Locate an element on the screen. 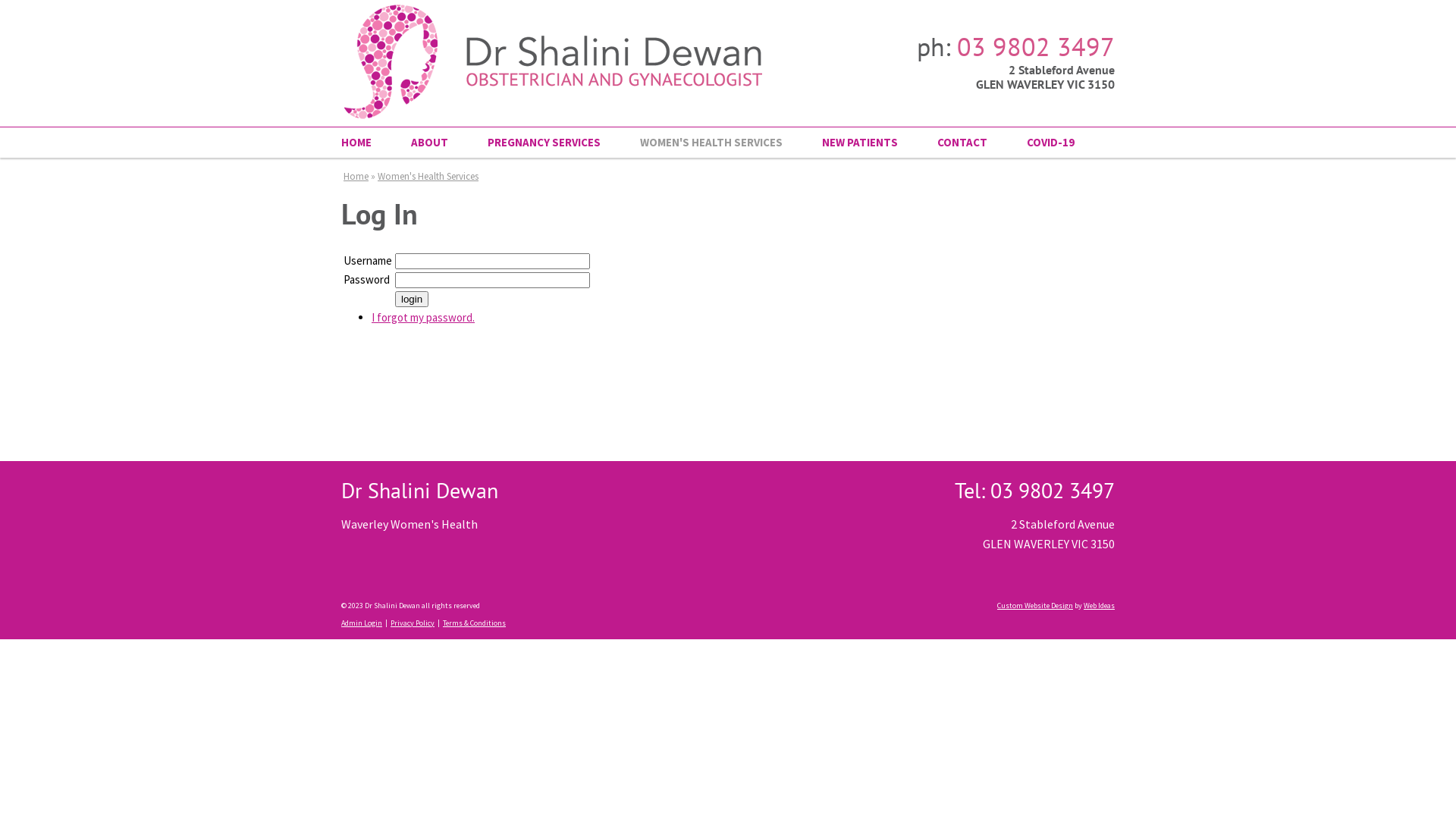 This screenshot has height=819, width=1456. 'Women's Health Services' is located at coordinates (427, 175).